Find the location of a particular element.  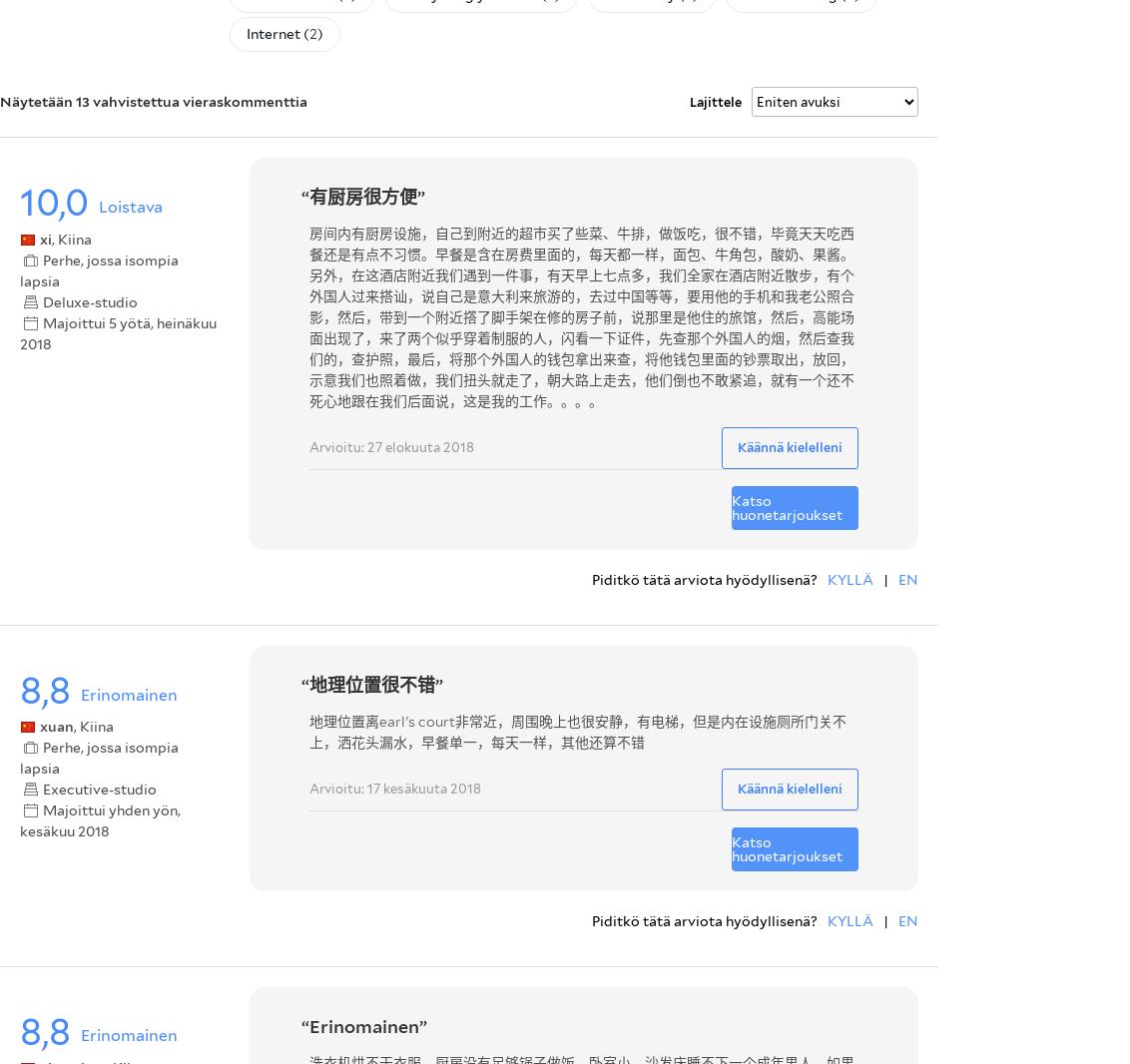

'xuan' is located at coordinates (57, 725).